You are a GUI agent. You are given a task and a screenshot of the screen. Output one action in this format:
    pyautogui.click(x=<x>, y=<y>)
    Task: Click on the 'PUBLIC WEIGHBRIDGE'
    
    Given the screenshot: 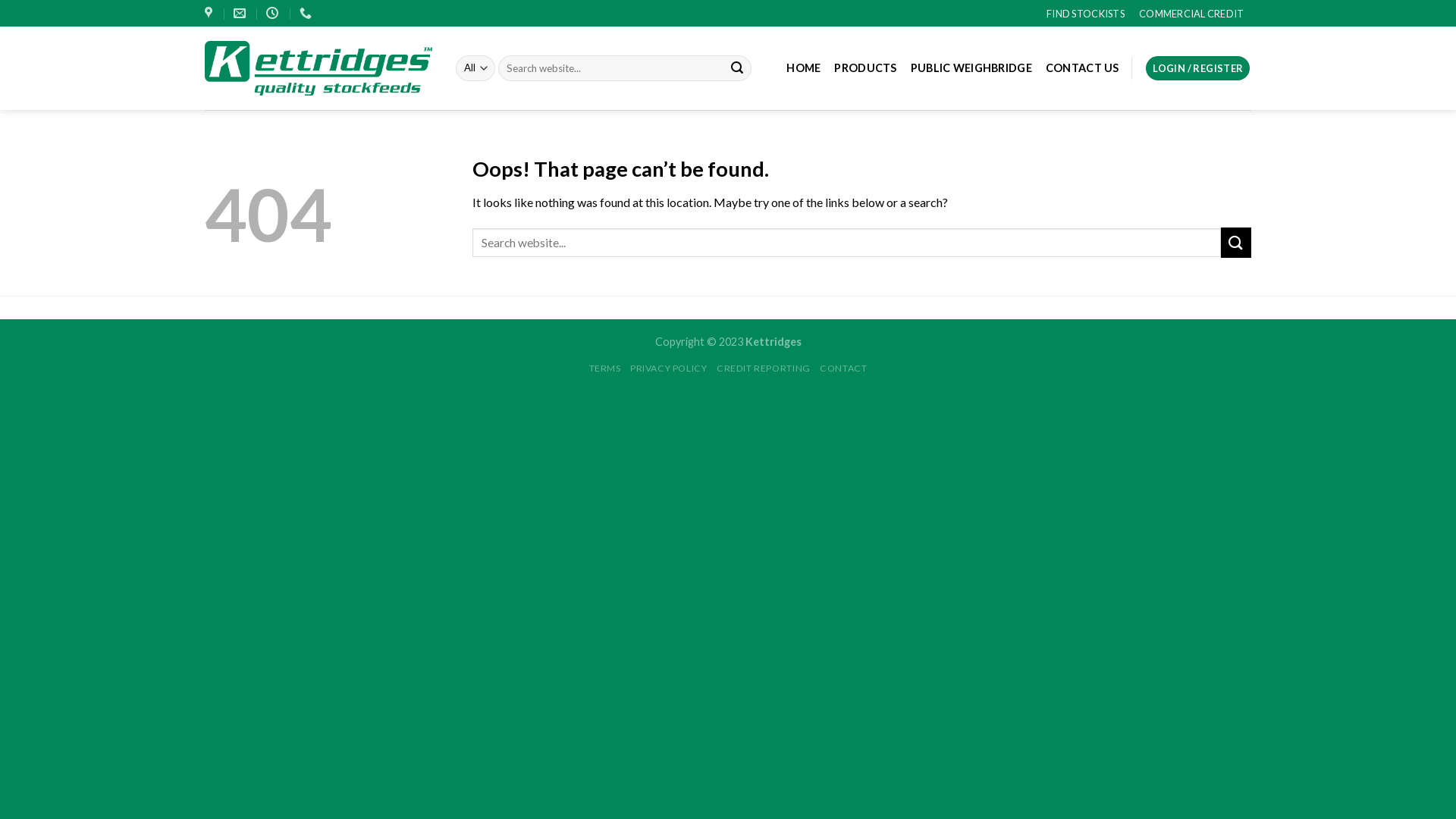 What is the action you would take?
    pyautogui.click(x=910, y=67)
    